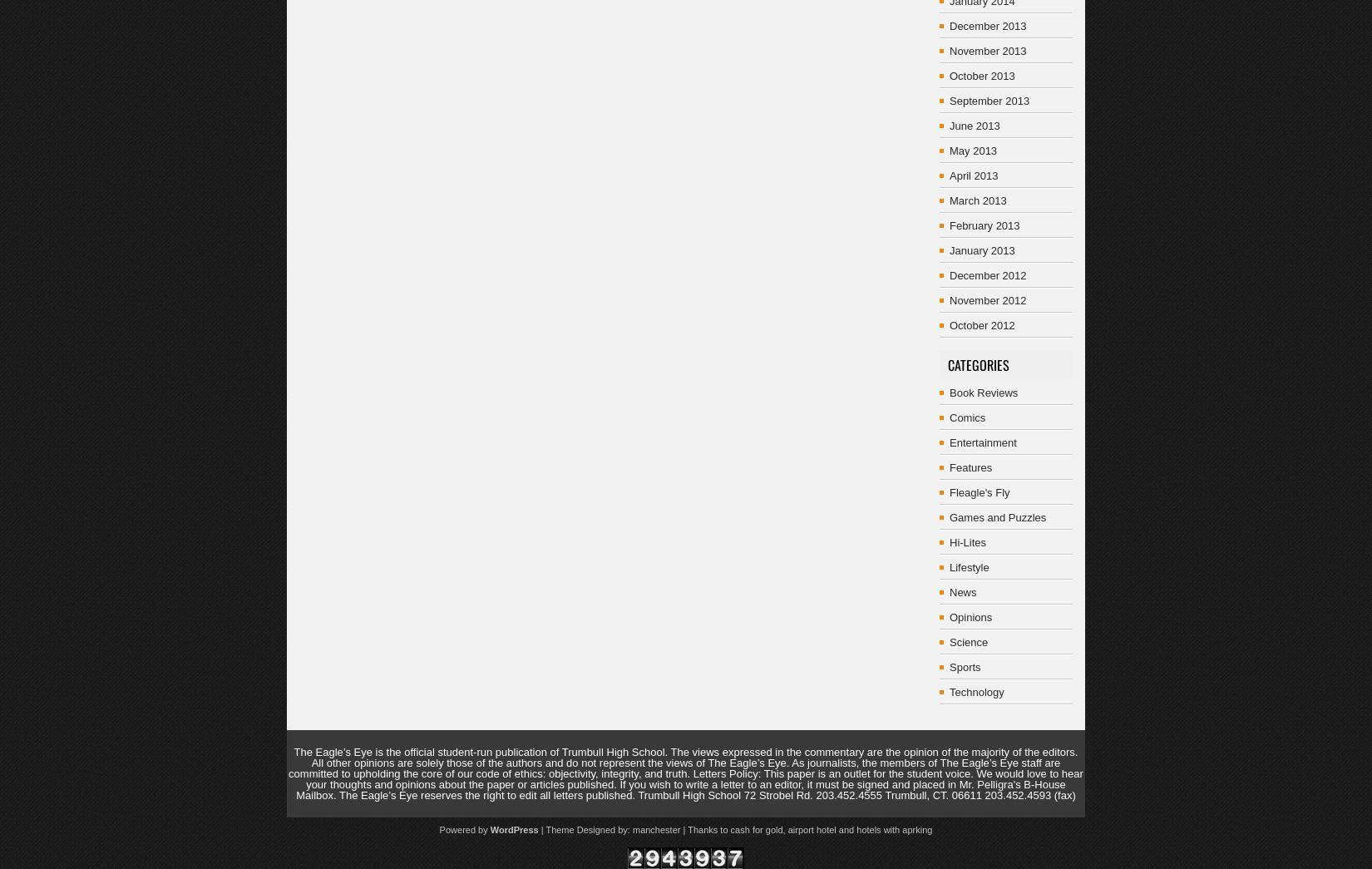  Describe the element at coordinates (967, 417) in the screenshot. I see `'Comics'` at that location.